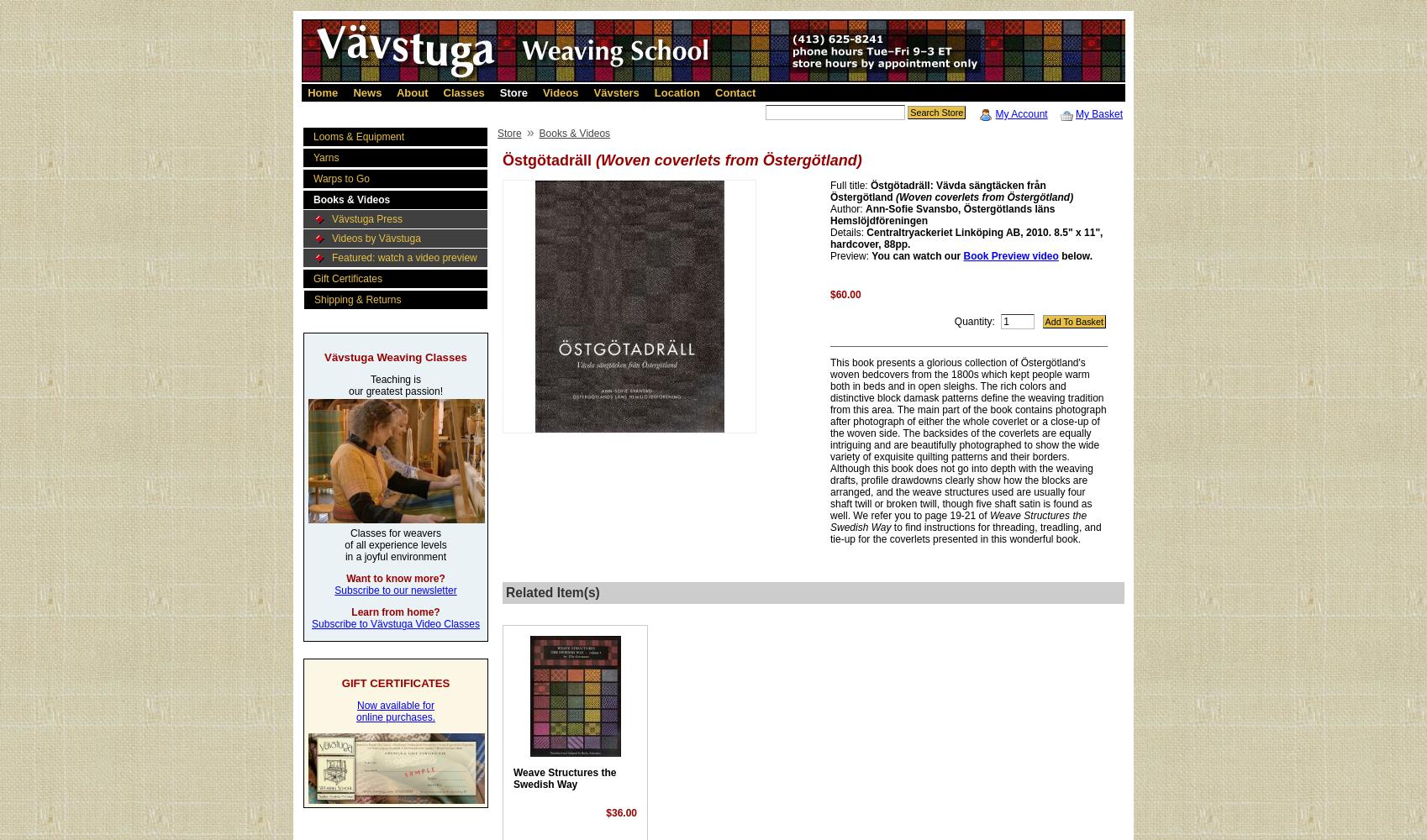 The width and height of the screenshot is (1427, 840). What do you see at coordinates (917, 256) in the screenshot?
I see `'You can watch our'` at bounding box center [917, 256].